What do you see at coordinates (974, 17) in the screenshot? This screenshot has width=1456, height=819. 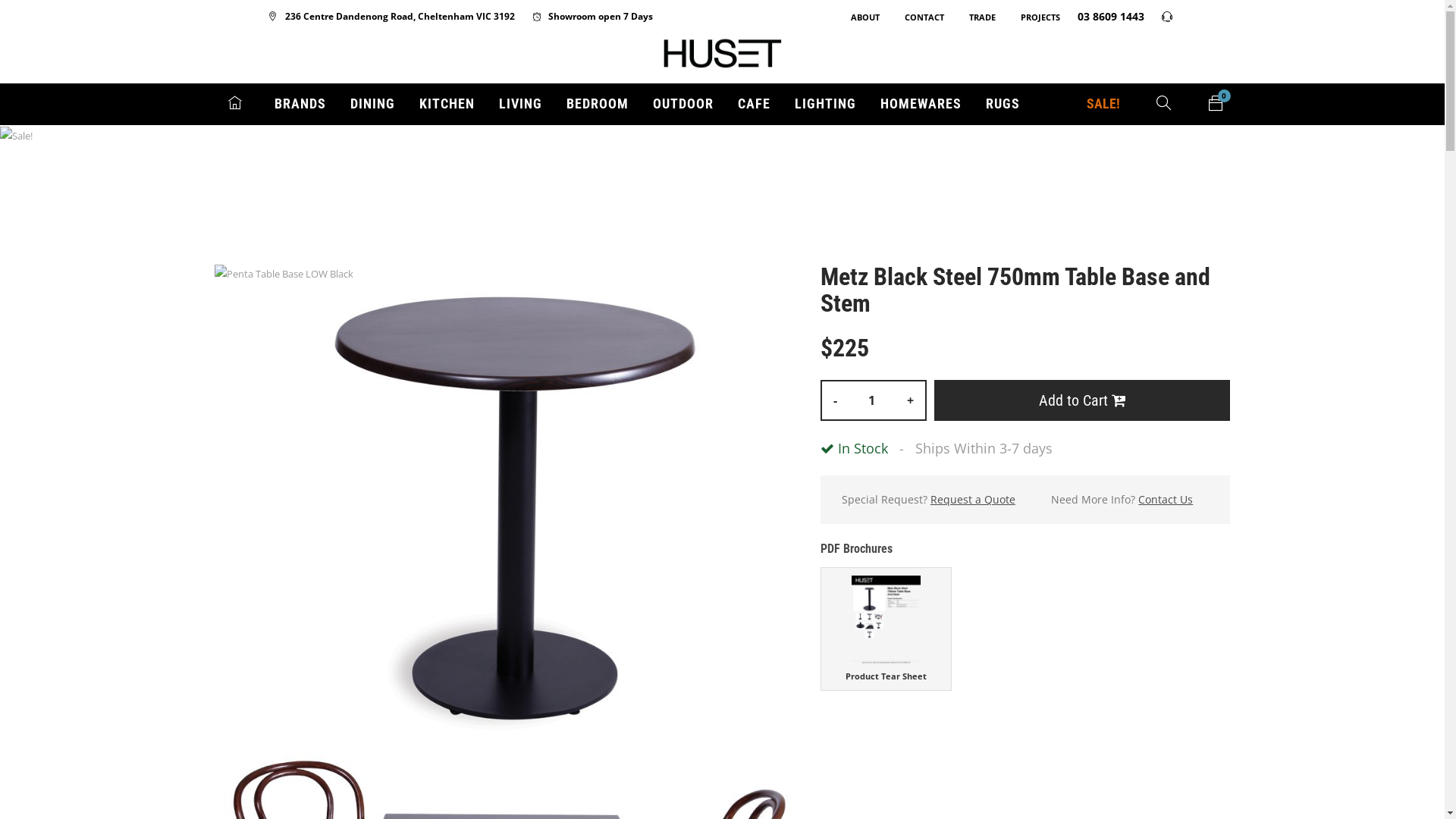 I see `'TRADE'` at bounding box center [974, 17].